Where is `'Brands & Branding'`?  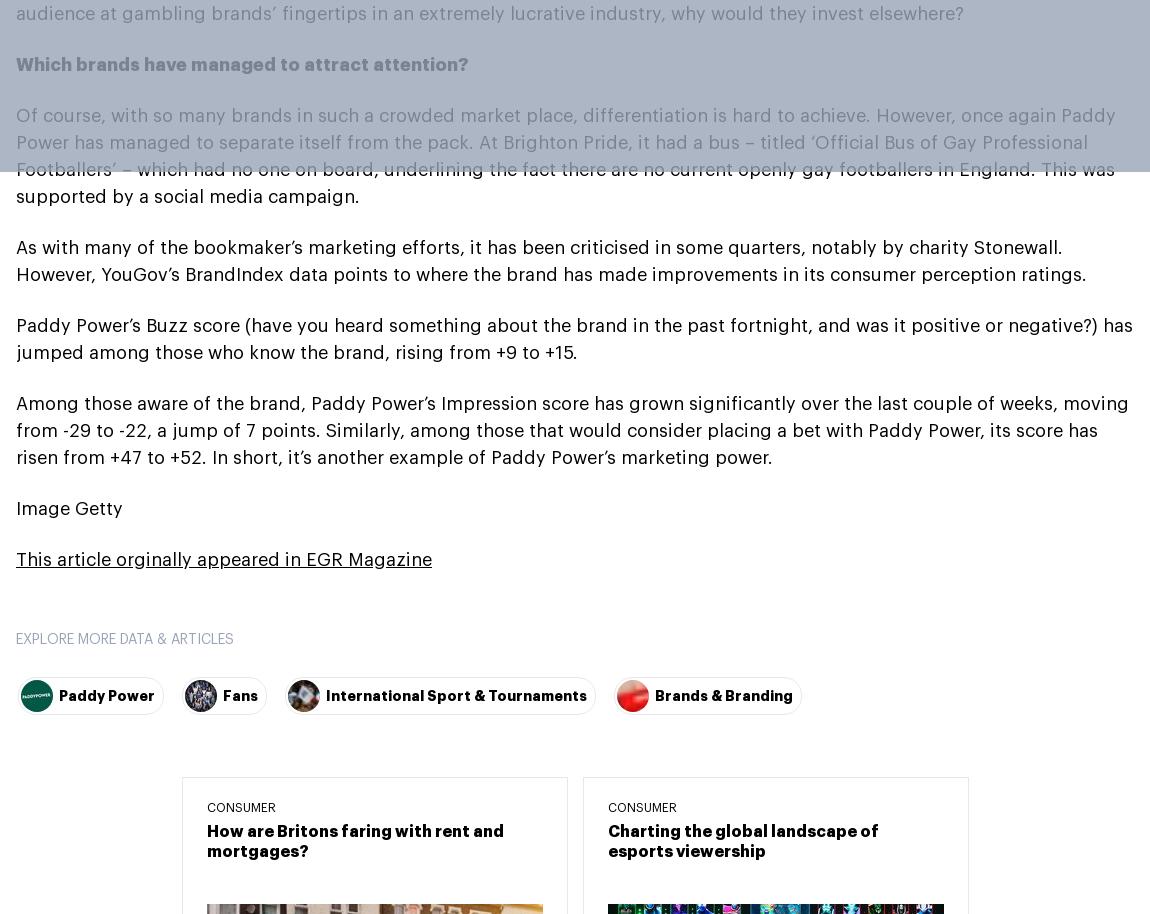 'Brands & Branding' is located at coordinates (723, 694).